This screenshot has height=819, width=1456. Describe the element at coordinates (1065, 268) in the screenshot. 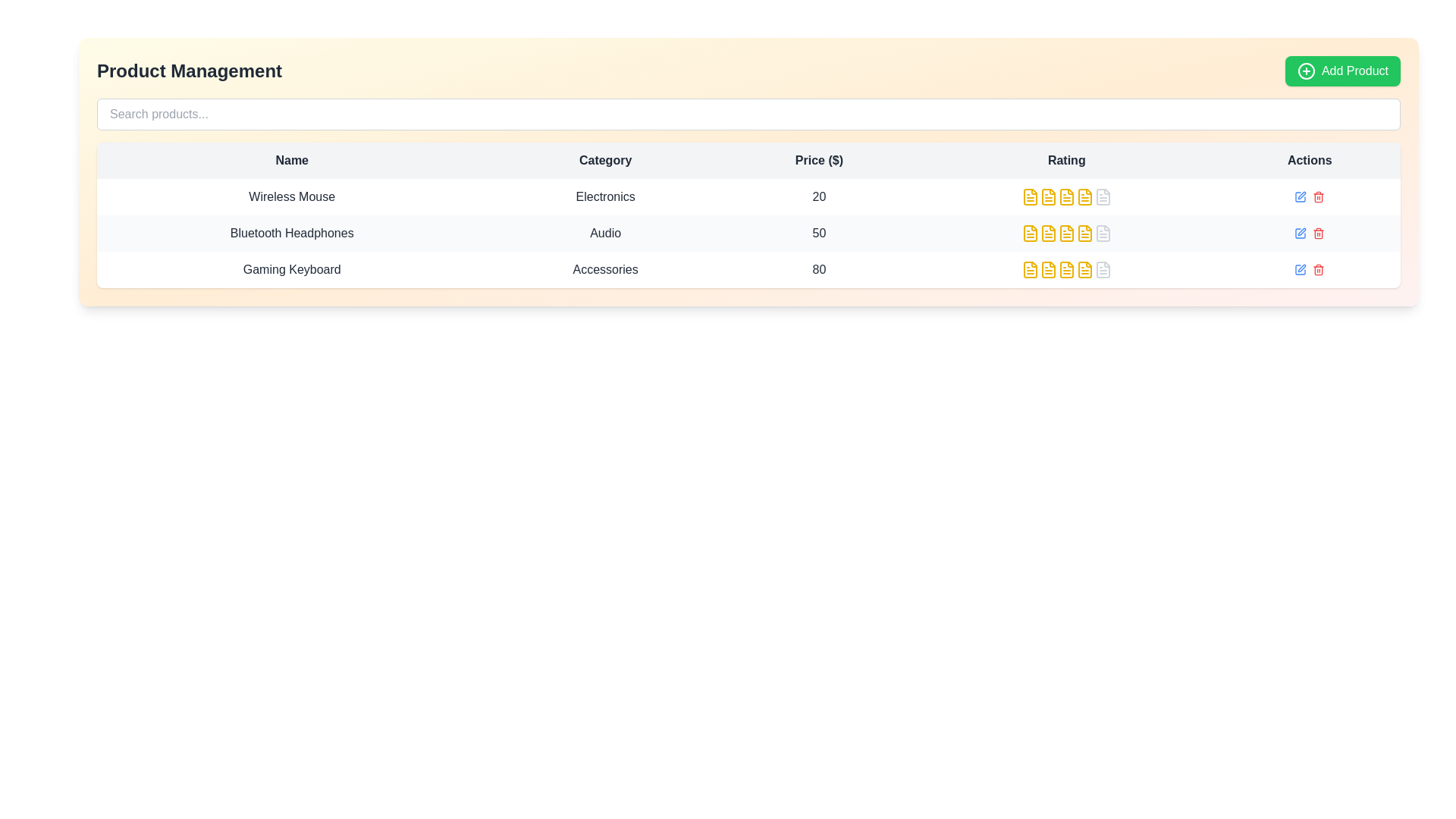

I see `the fourth rating icon in the Rating column for the 'Gaming Keyboard' item` at that location.